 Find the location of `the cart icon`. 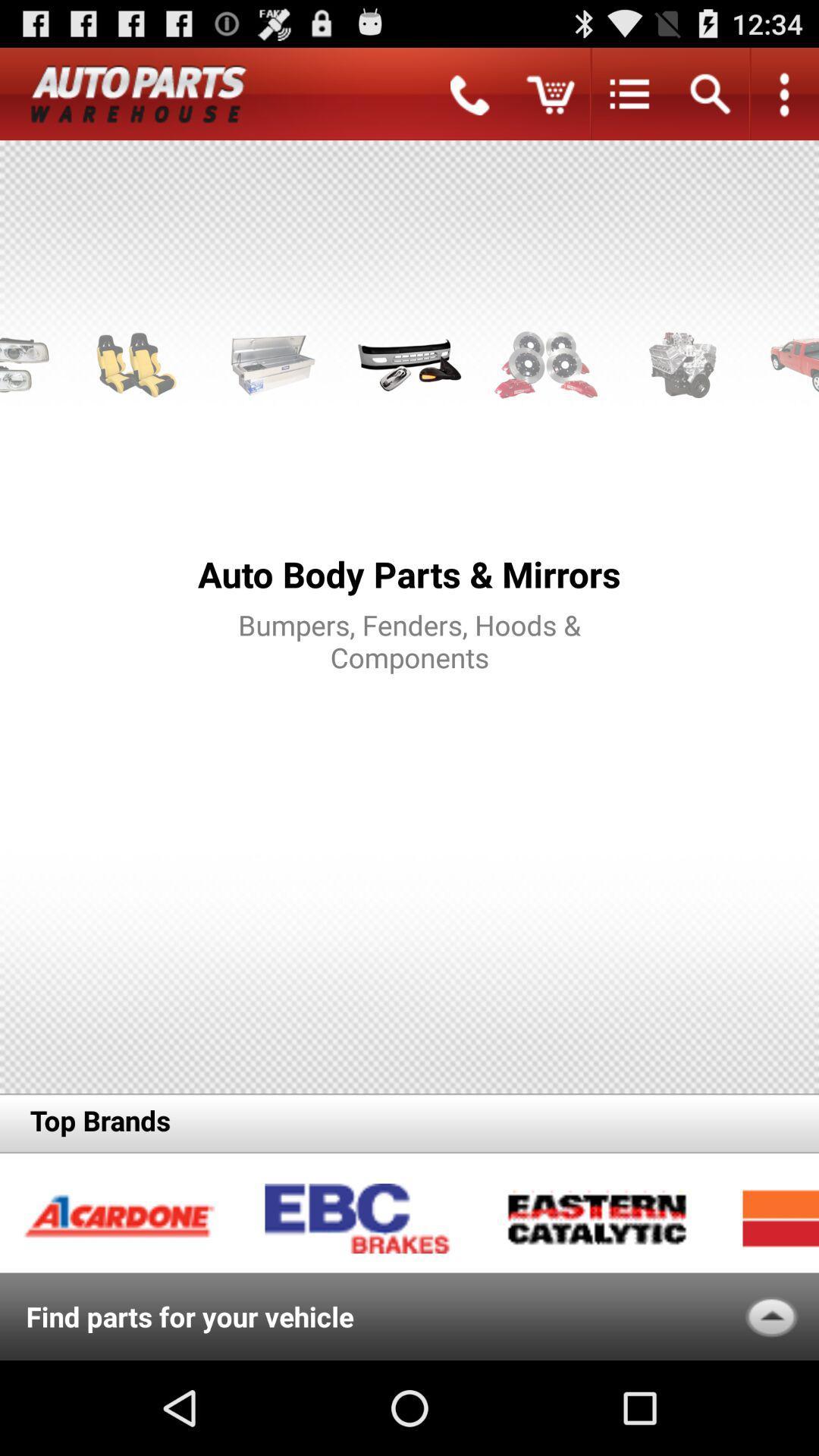

the cart icon is located at coordinates (550, 99).